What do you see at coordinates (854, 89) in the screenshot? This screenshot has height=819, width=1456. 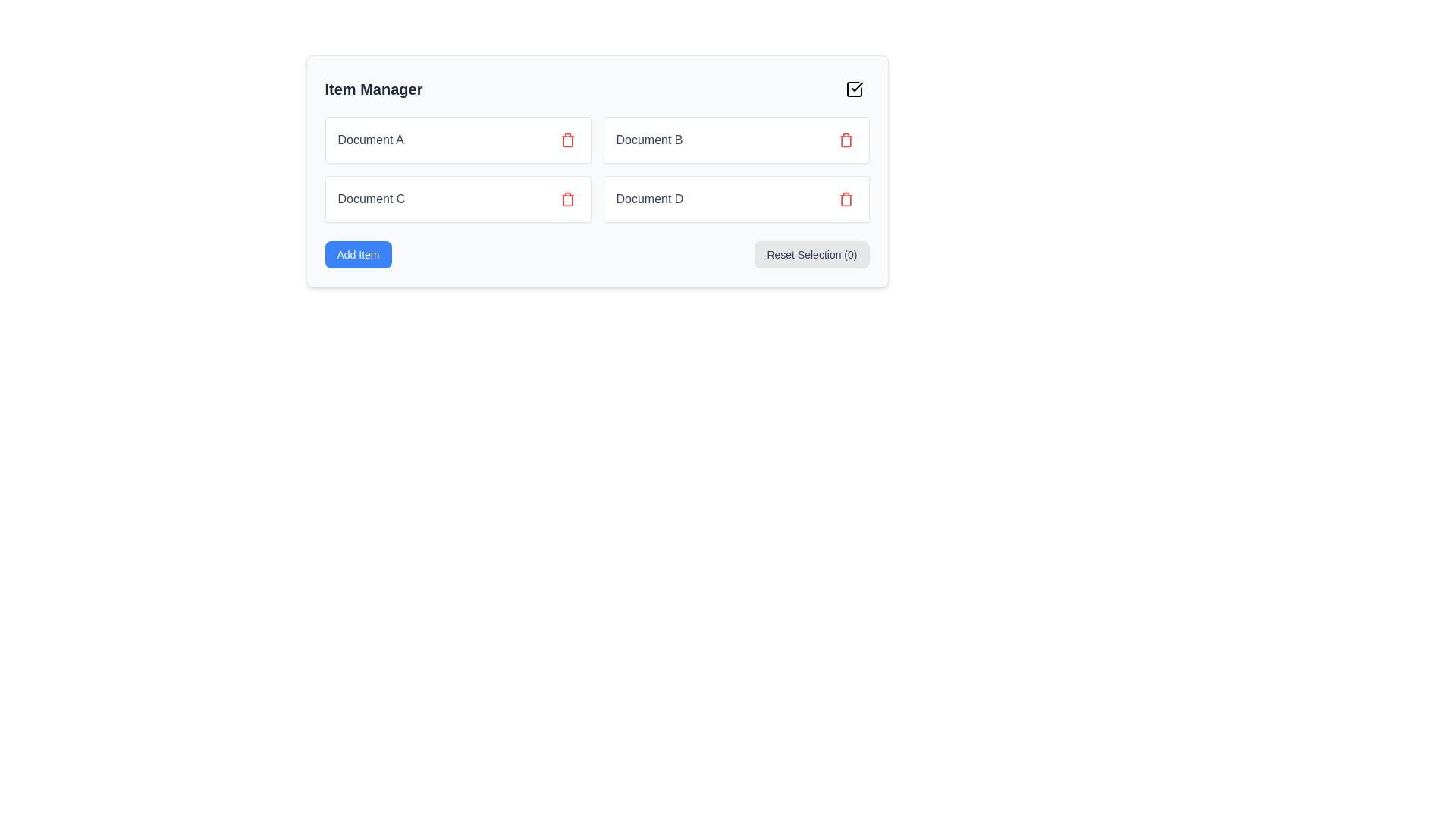 I see `the button with an icon located to the right of the title text 'Item Manager'` at bounding box center [854, 89].